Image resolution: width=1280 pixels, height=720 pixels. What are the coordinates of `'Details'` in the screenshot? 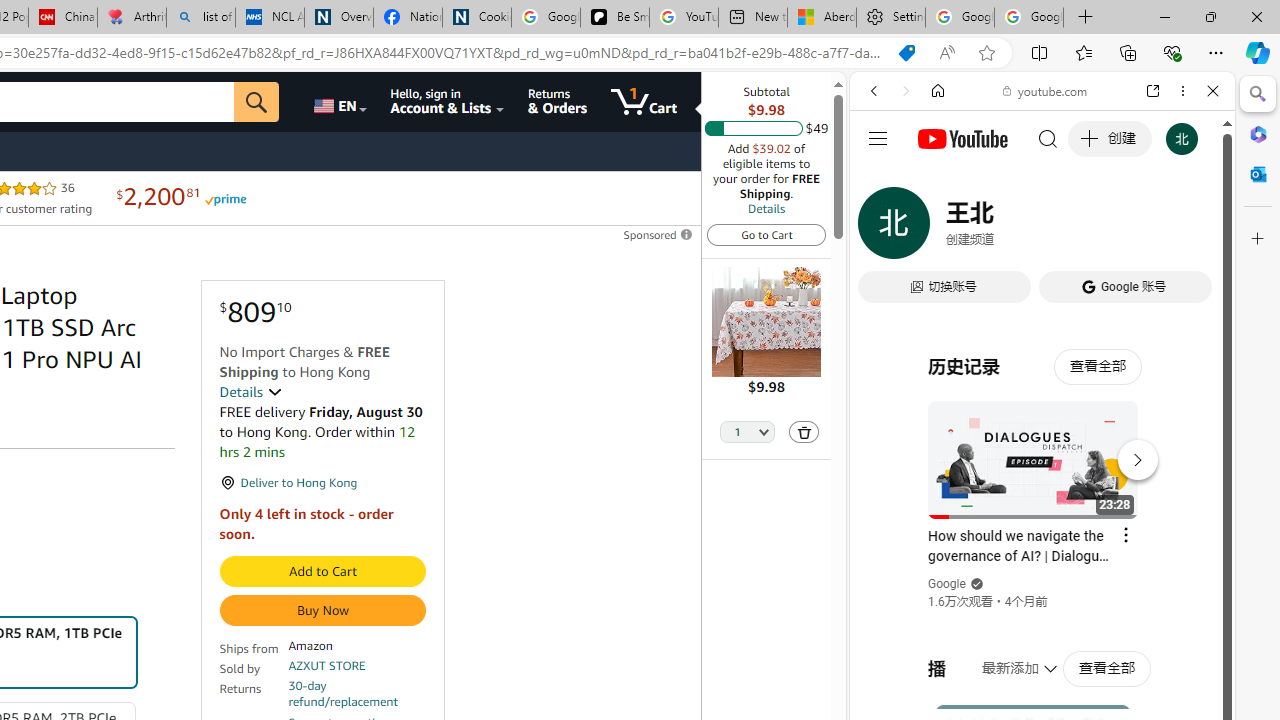 It's located at (765, 208).